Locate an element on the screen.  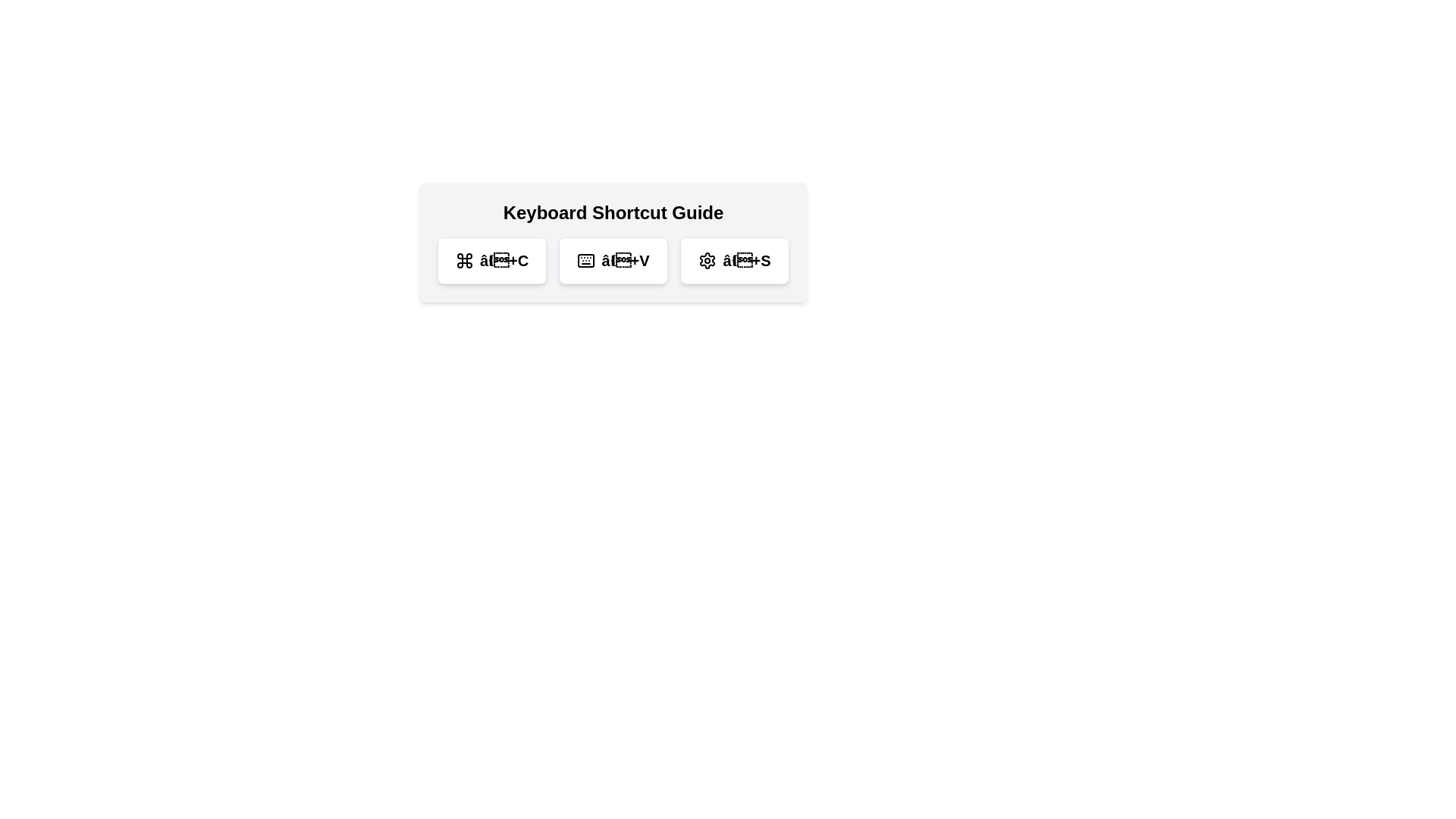
the second button in the horizontal series displaying the keyboard shortcut '⌘+V' is located at coordinates (613, 259).